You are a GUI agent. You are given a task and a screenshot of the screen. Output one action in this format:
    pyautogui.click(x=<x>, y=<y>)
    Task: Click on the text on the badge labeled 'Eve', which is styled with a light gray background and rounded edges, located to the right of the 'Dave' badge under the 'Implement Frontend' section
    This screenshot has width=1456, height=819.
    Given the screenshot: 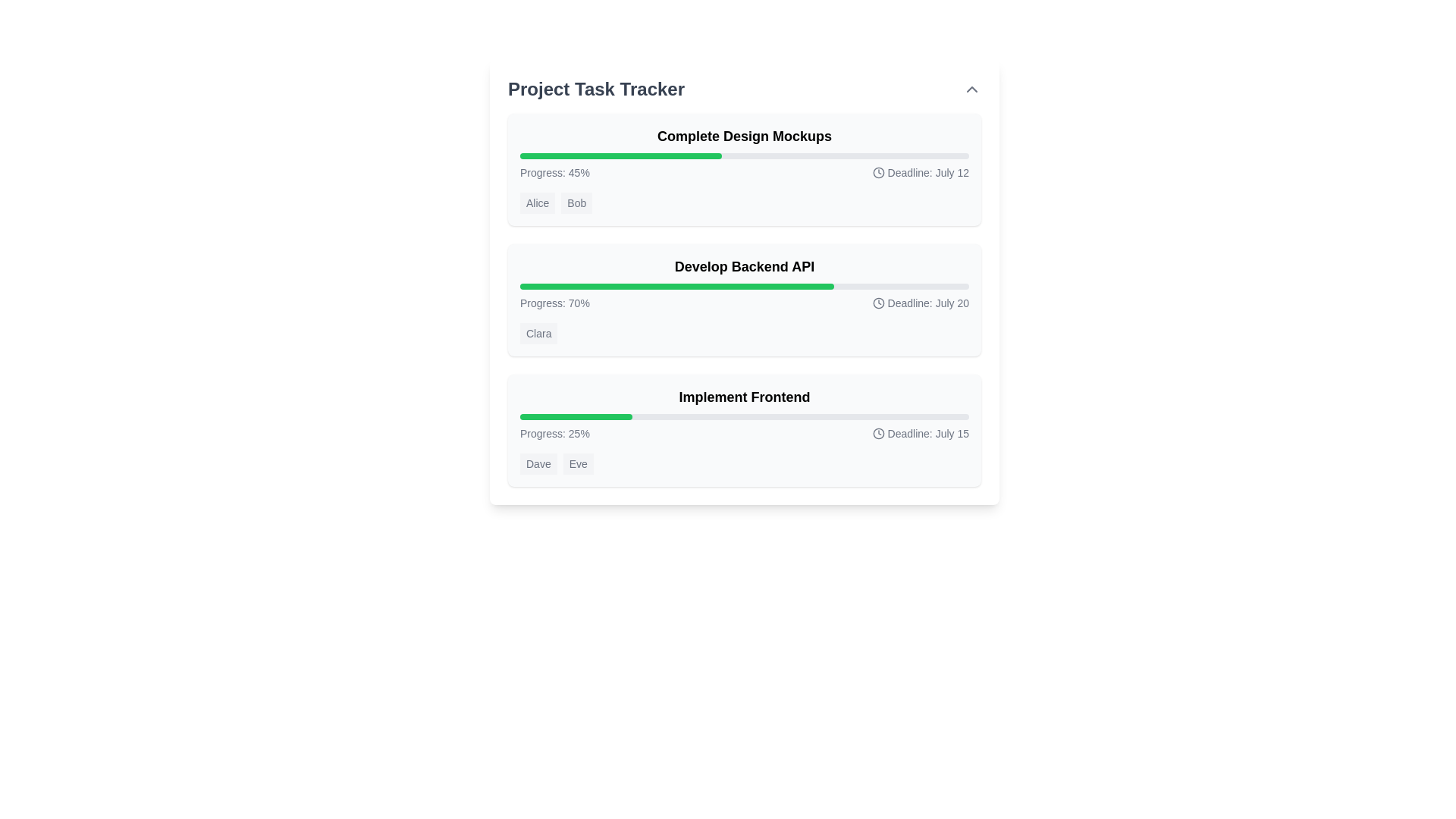 What is the action you would take?
    pyautogui.click(x=577, y=463)
    